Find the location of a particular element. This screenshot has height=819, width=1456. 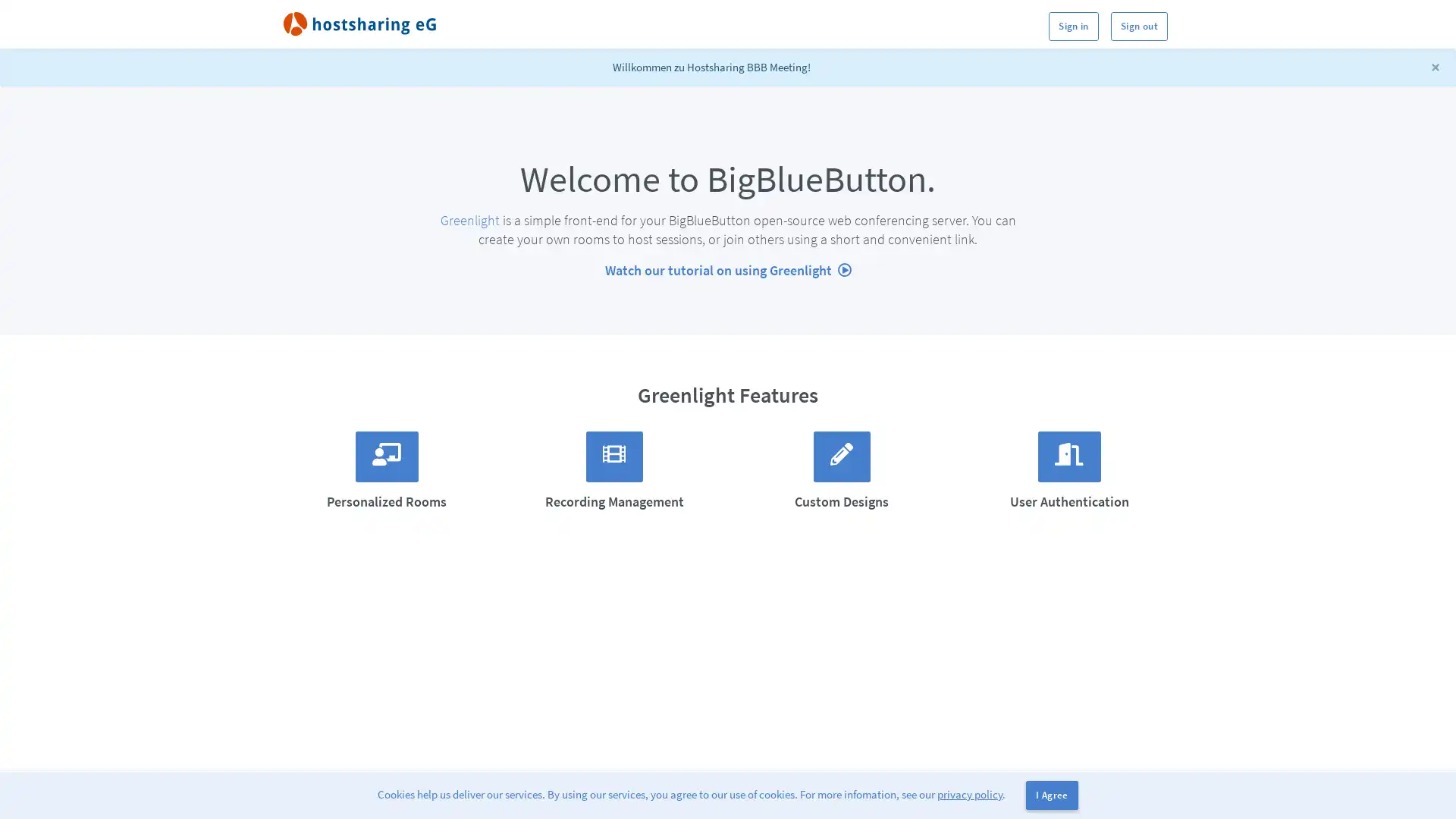

I Agree is located at coordinates (1051, 795).